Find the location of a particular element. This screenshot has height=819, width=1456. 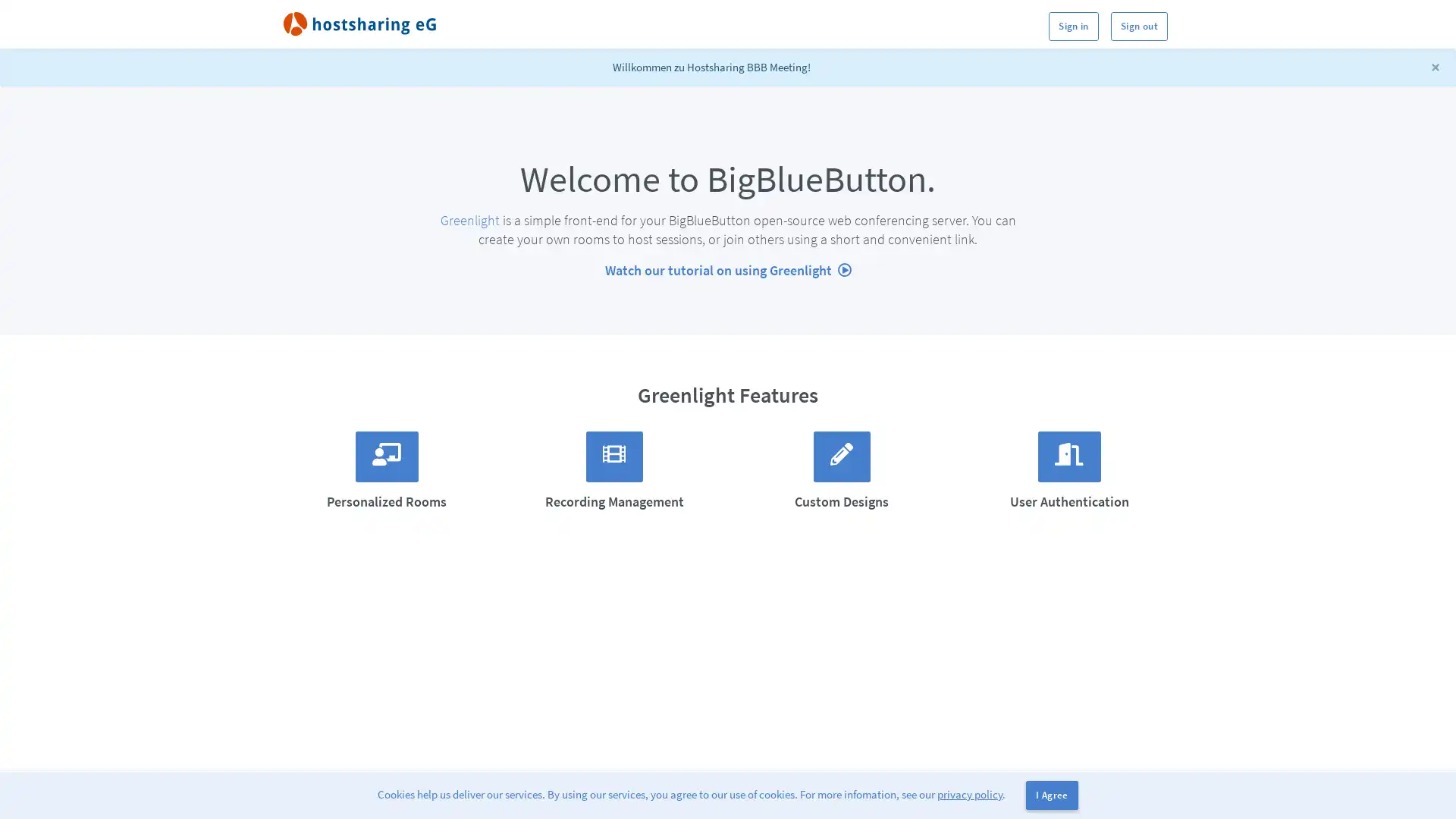

I Agree is located at coordinates (1051, 795).